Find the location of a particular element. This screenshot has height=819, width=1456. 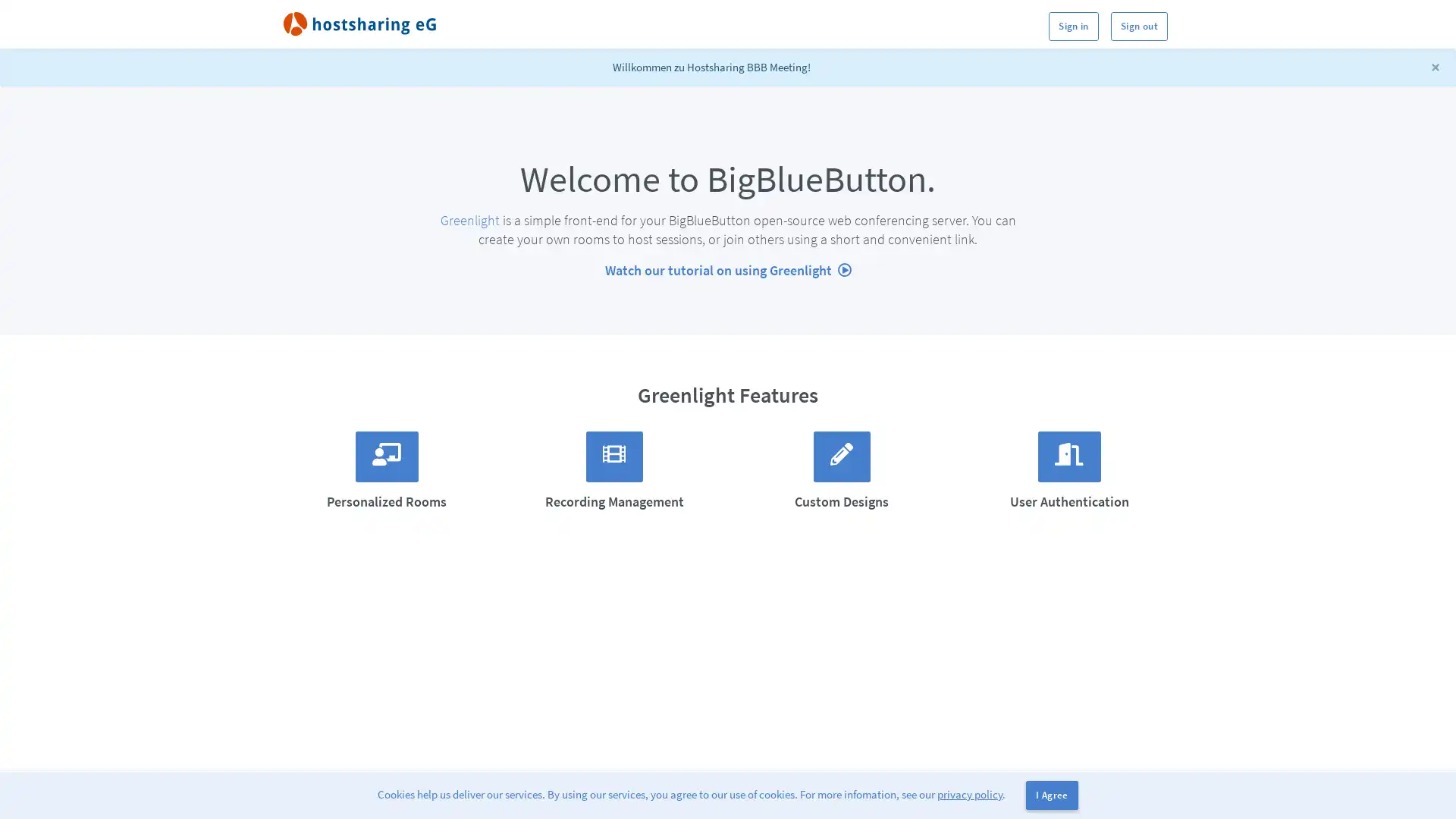

I Agree is located at coordinates (1051, 795).